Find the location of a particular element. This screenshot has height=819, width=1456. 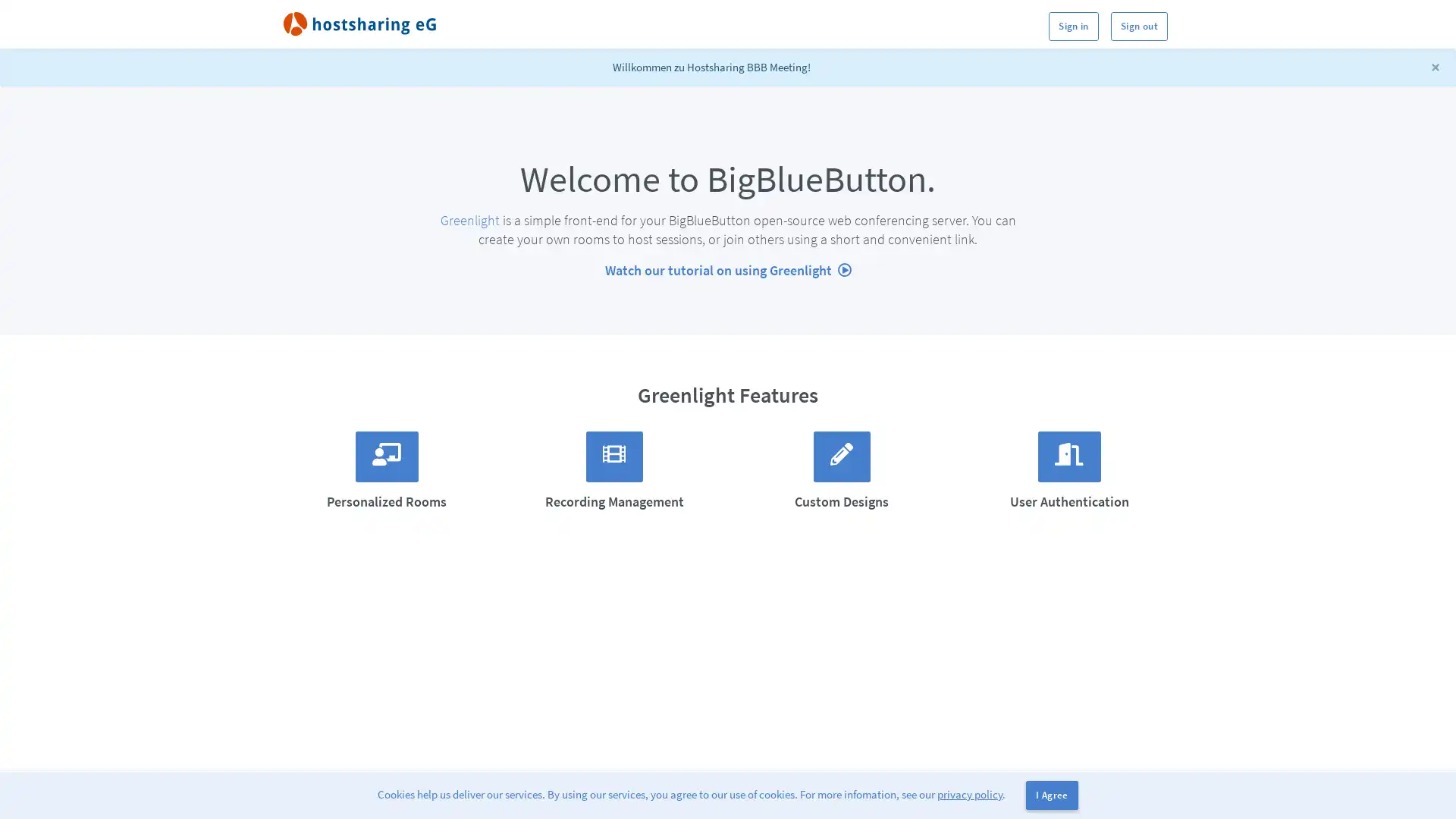

I Agree is located at coordinates (1051, 795).